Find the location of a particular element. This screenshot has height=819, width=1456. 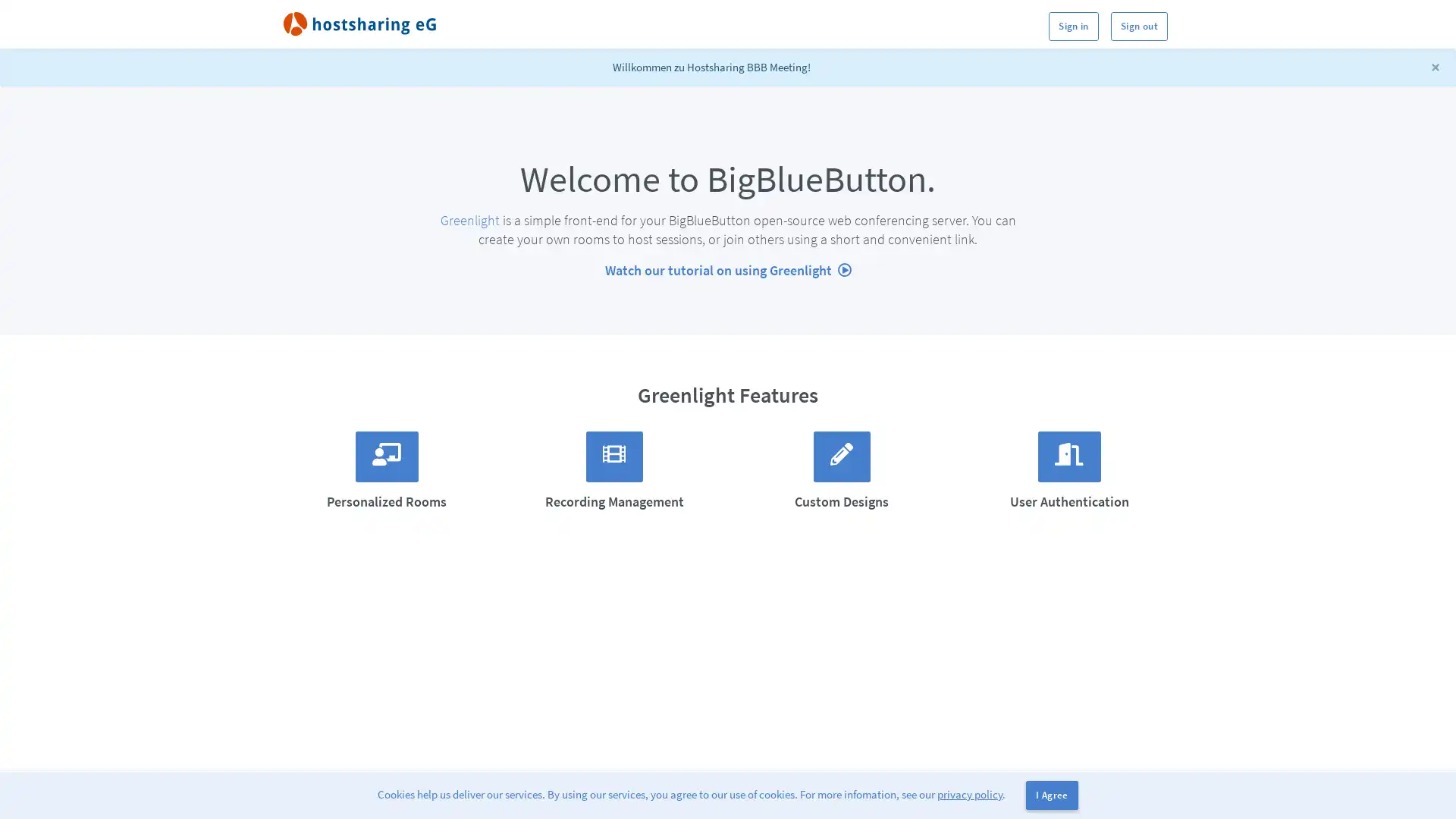

I Agree is located at coordinates (1051, 795).